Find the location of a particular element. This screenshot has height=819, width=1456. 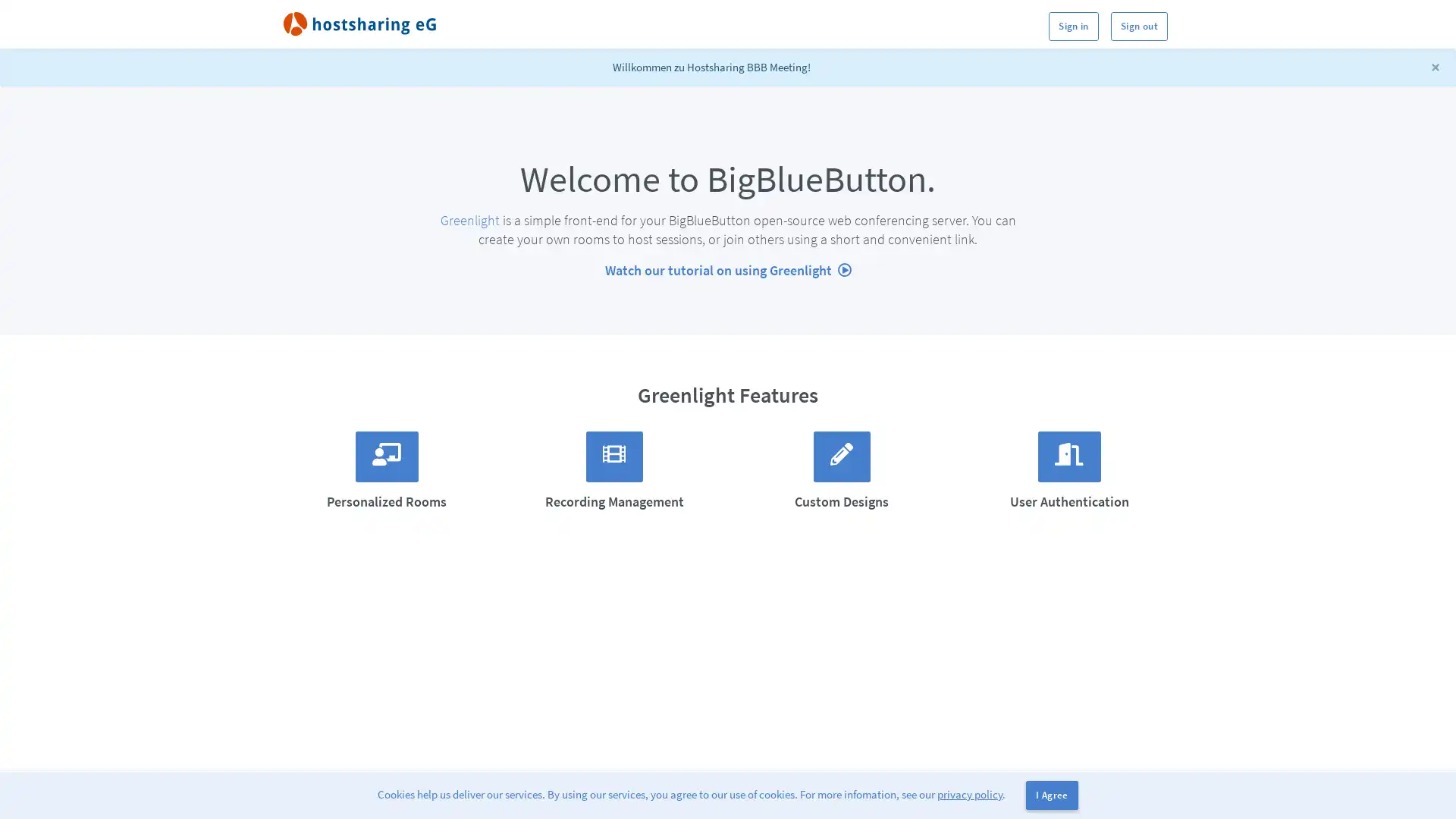

I Agree is located at coordinates (1051, 795).